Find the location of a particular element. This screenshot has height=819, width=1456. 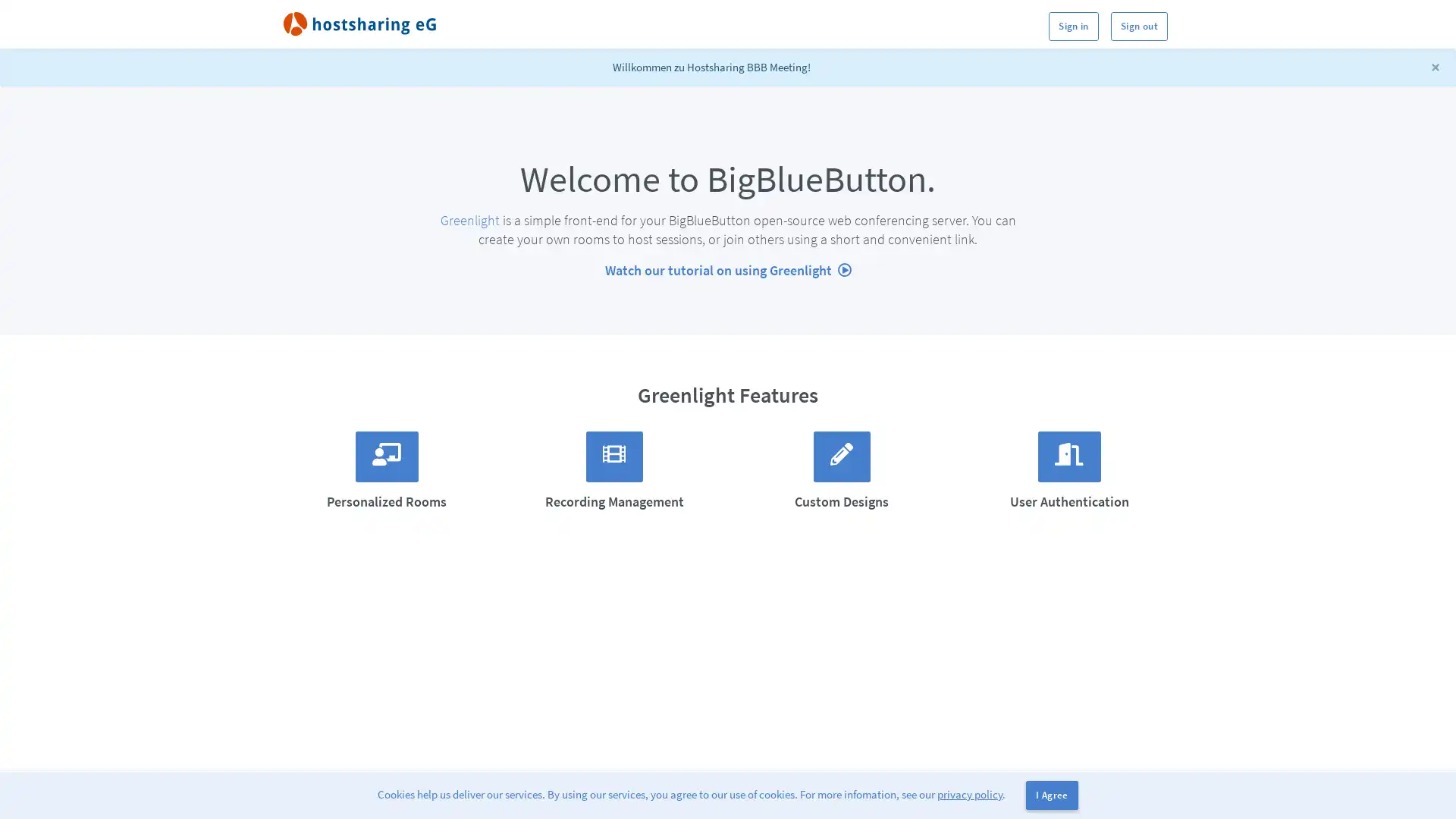

I Agree is located at coordinates (1051, 795).